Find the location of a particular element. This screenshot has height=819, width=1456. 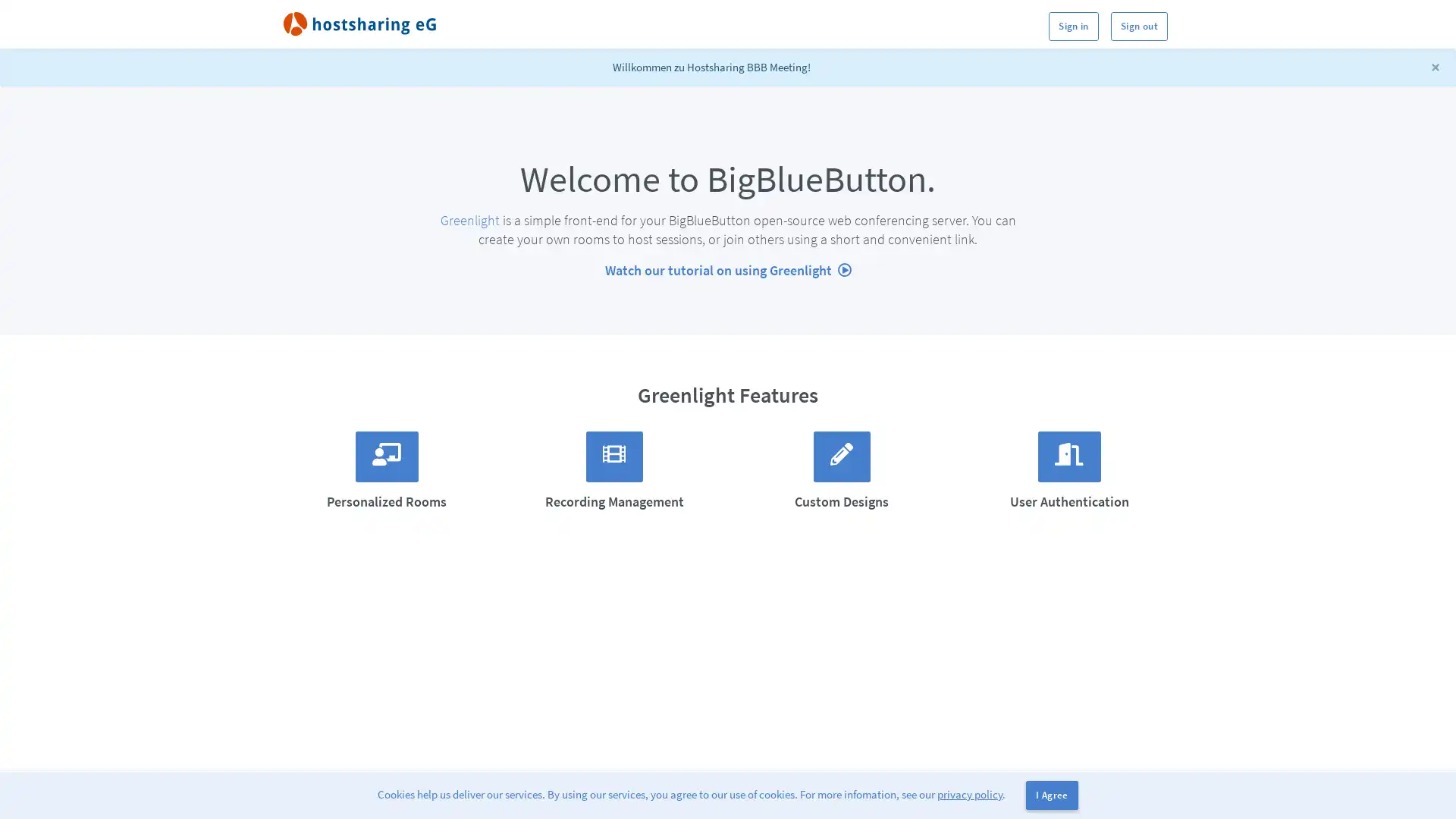

I Agree is located at coordinates (1051, 795).